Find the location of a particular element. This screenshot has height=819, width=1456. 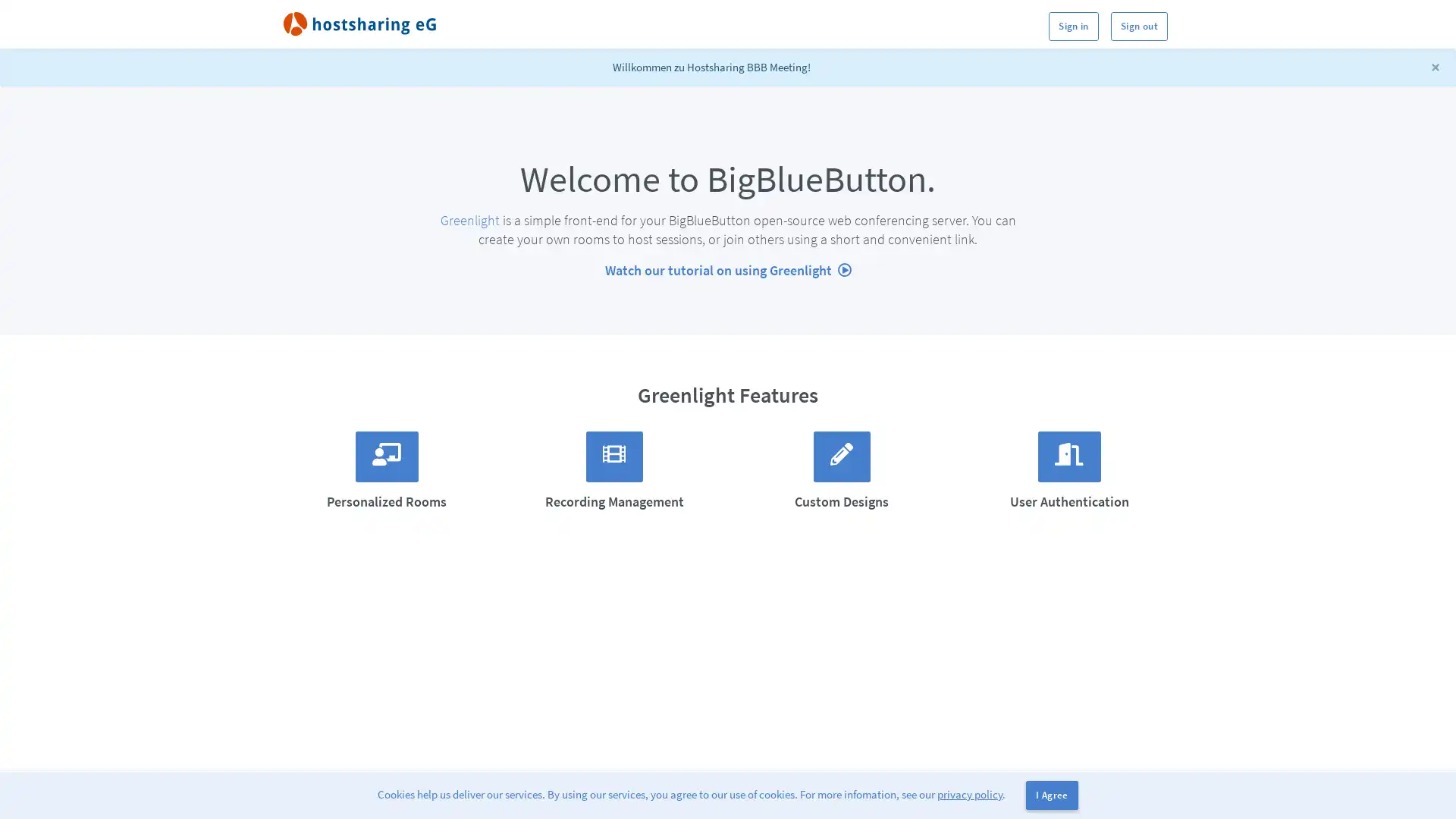

I Agree is located at coordinates (1051, 795).